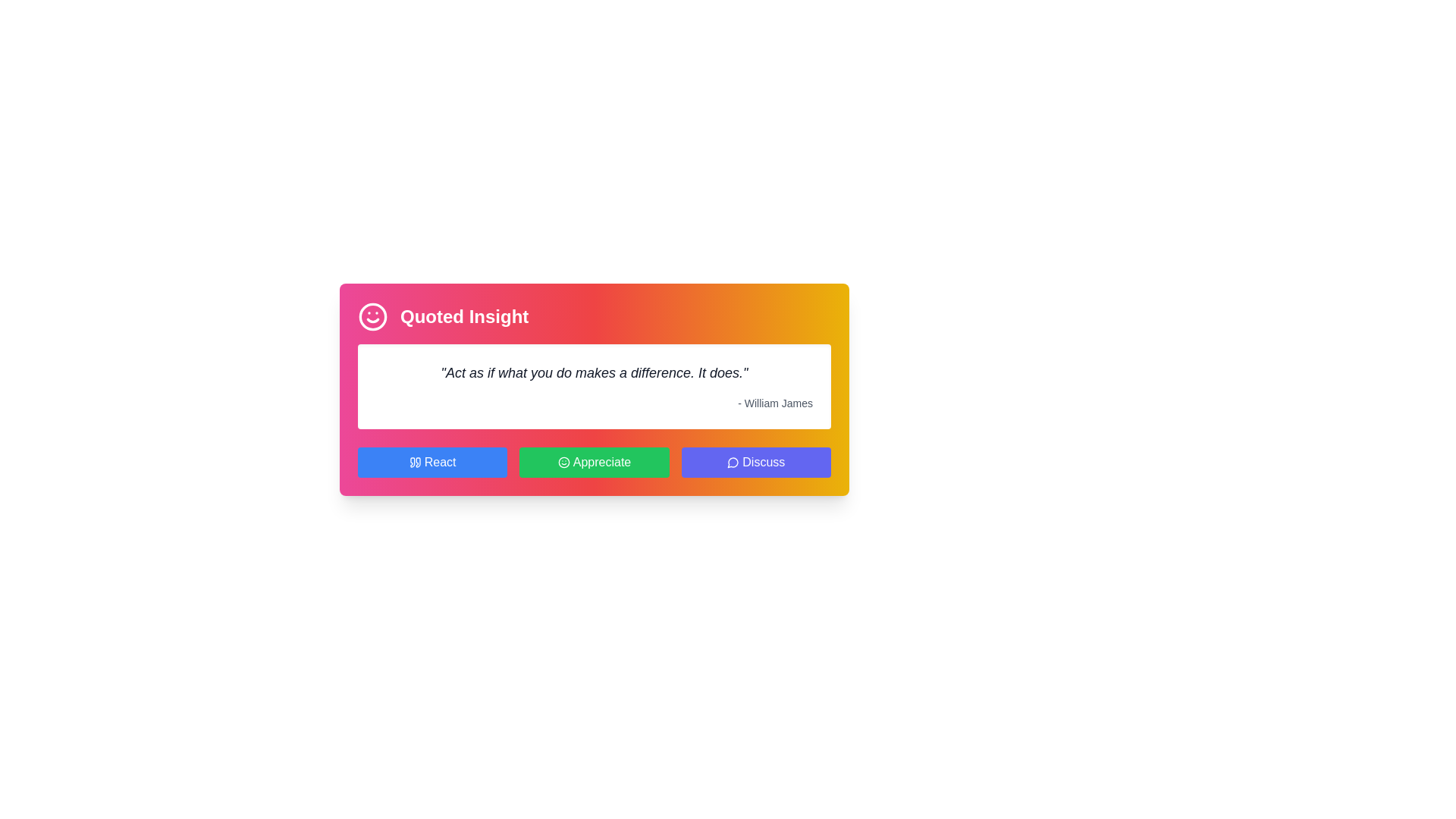 This screenshot has width=1456, height=819. I want to click on the decorative icon located at the far left of the 'Quoted Insight' section, so click(372, 315).